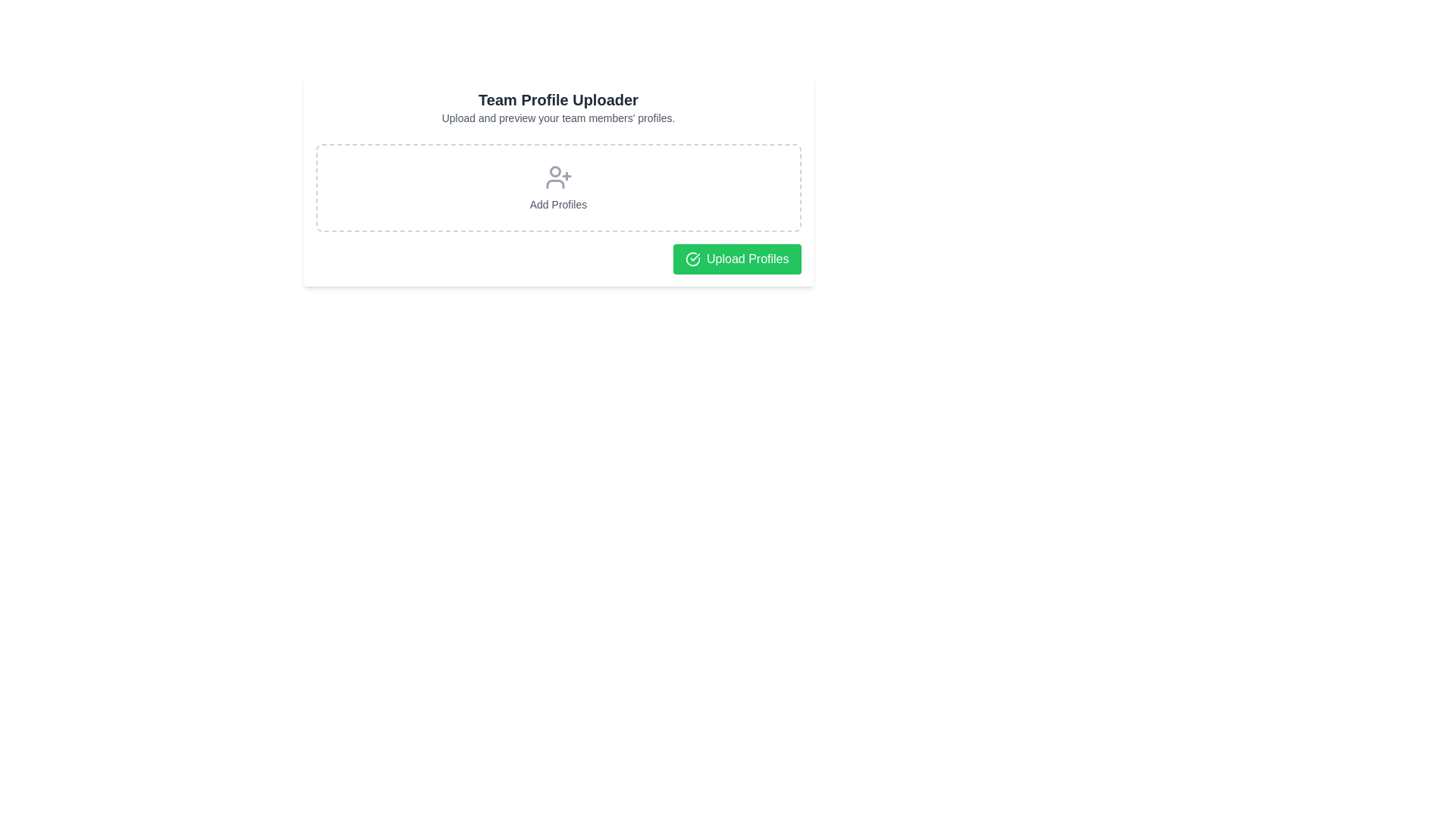 Image resolution: width=1456 pixels, height=819 pixels. What do you see at coordinates (692, 259) in the screenshot?
I see `the first SVG graphical element of the icon located near the bottom-right corner of the 'Upload Profiles' button` at bounding box center [692, 259].